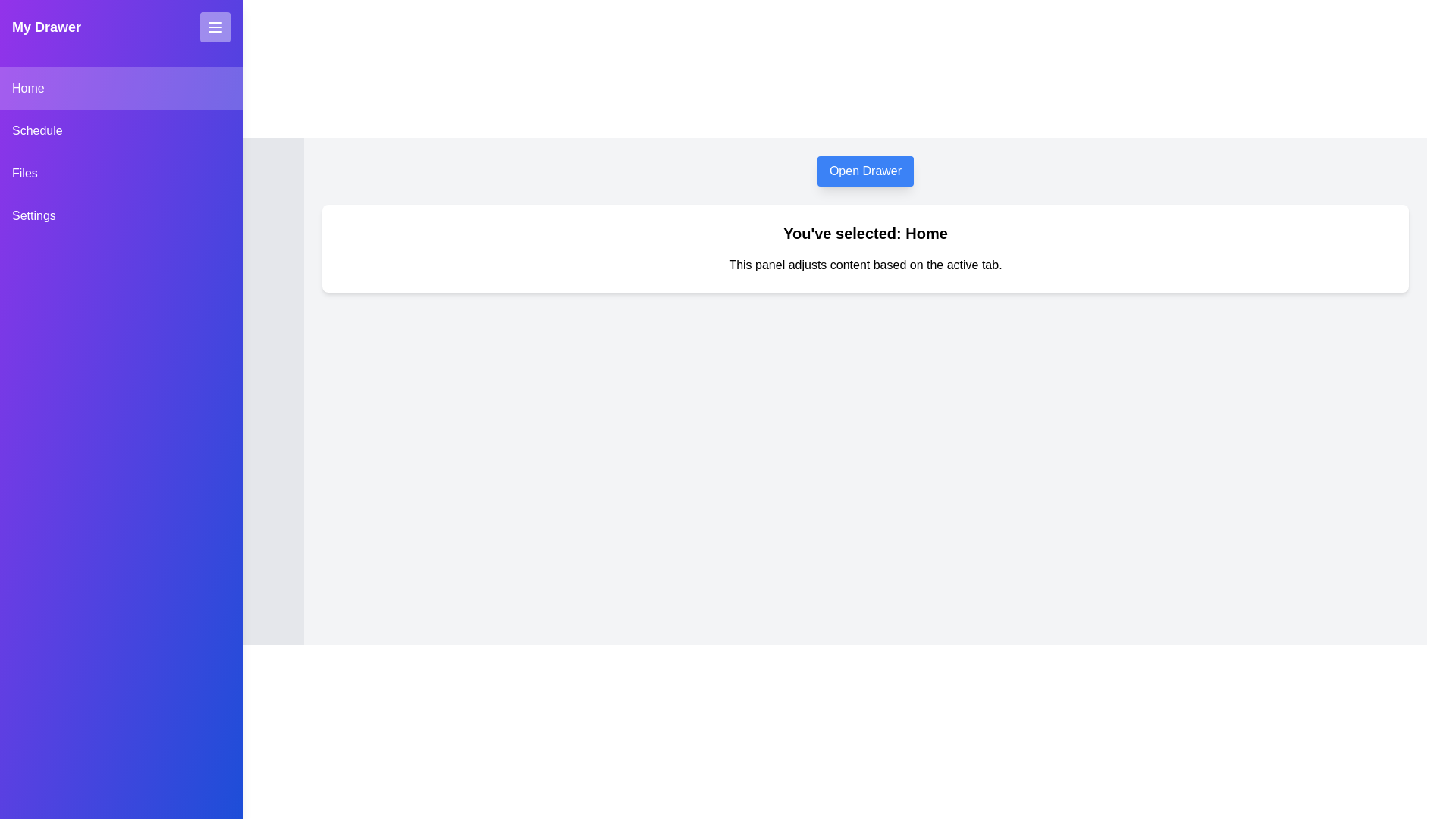  I want to click on the Settings tab from the drawer menu, so click(120, 216).